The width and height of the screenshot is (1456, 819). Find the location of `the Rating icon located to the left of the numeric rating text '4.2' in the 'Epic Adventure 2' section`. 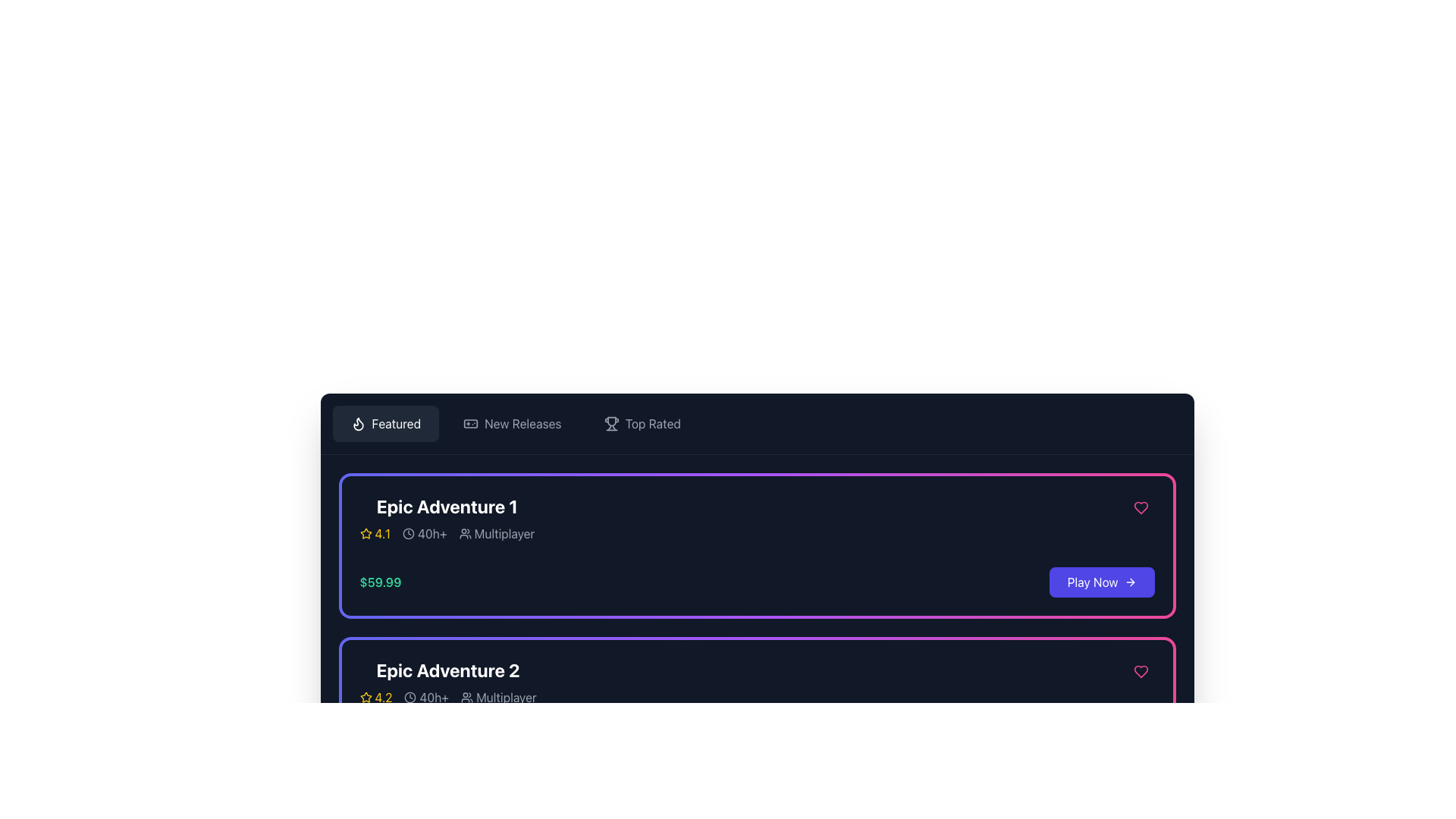

the Rating icon located to the left of the numeric rating text '4.2' in the 'Epic Adventure 2' section is located at coordinates (366, 698).